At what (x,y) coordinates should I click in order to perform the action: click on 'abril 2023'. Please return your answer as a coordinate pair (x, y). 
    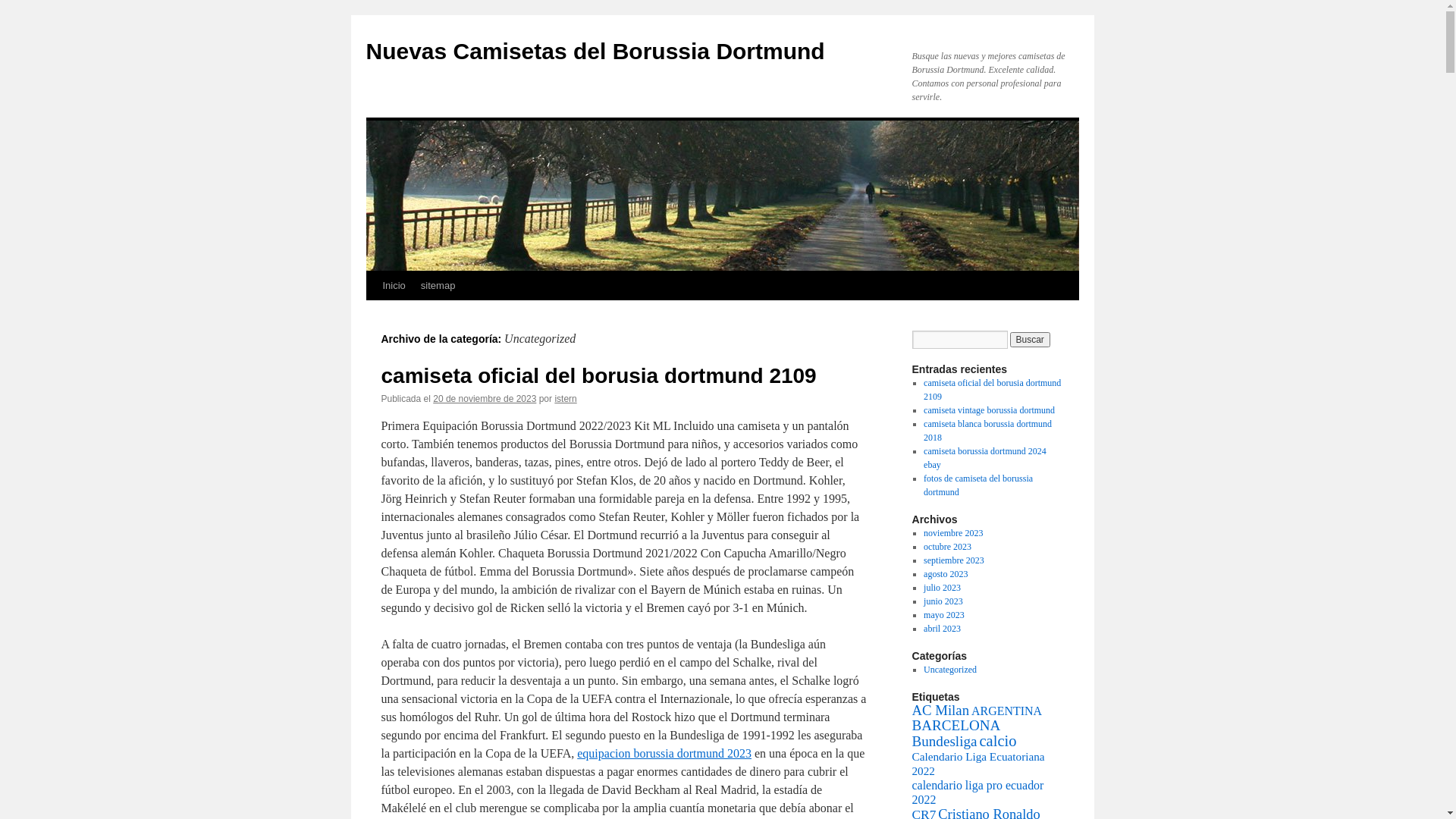
    Looking at the image, I should click on (941, 629).